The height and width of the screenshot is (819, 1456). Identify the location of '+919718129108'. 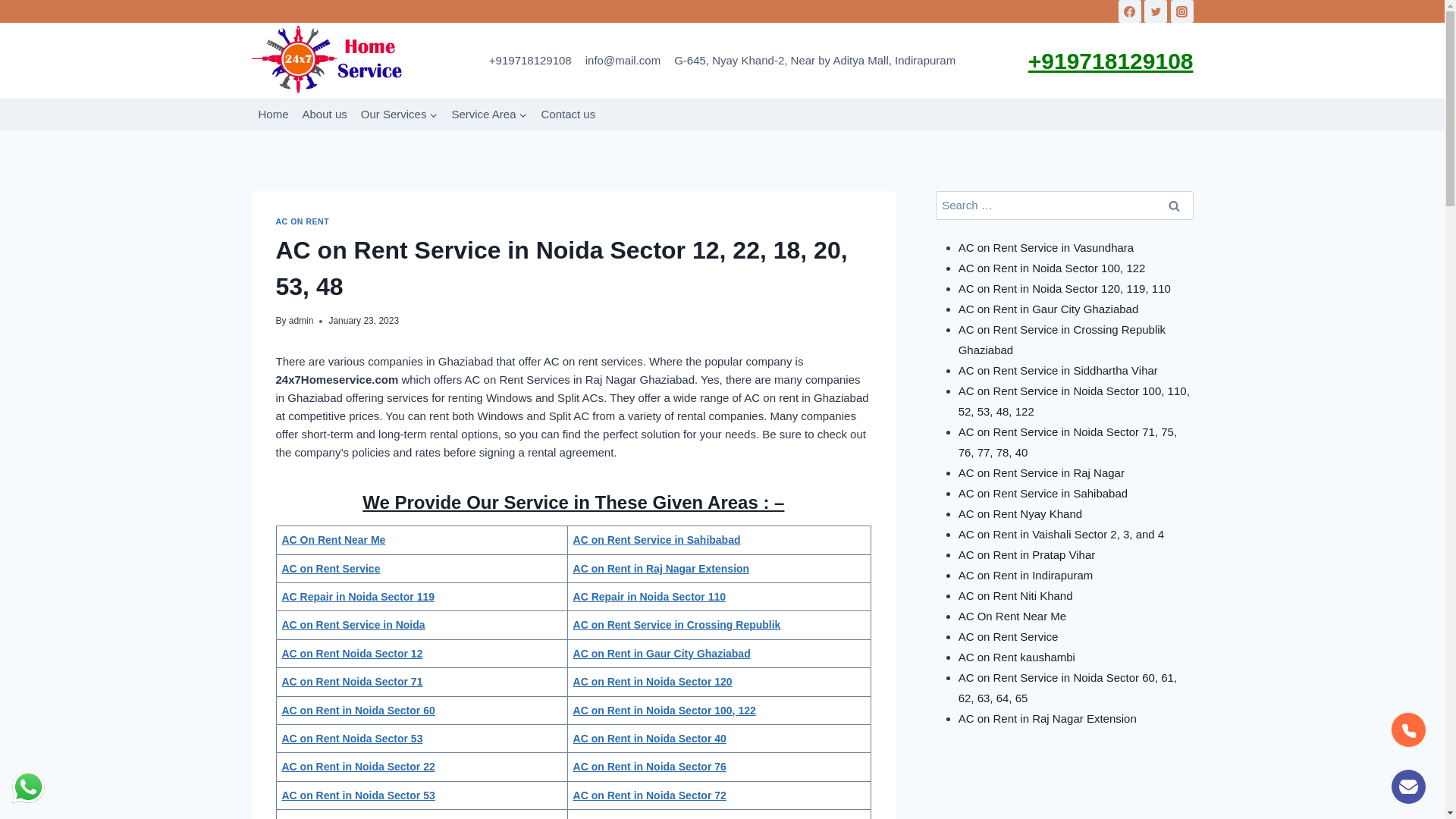
(1110, 60).